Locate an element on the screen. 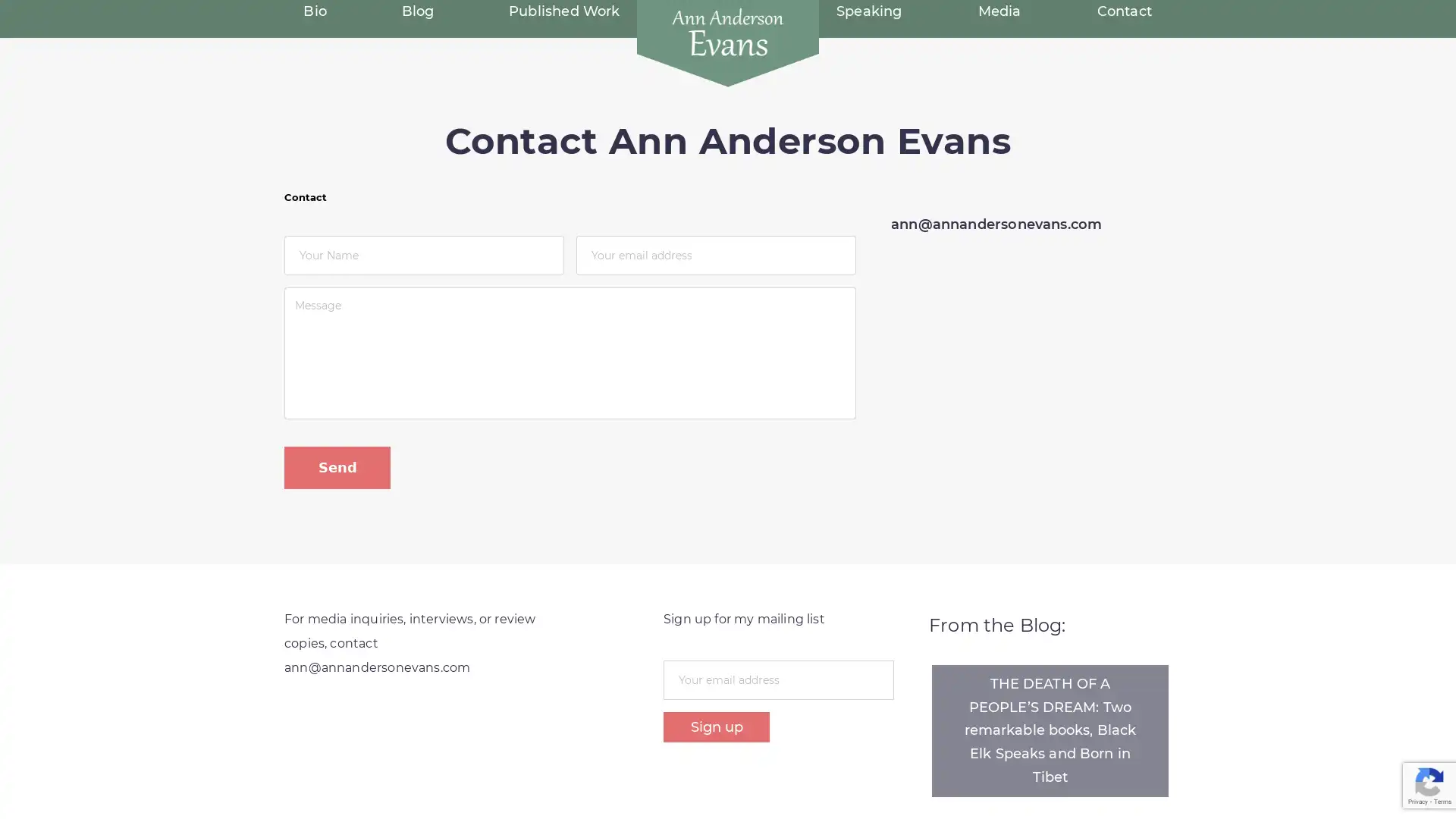  Send is located at coordinates (337, 466).